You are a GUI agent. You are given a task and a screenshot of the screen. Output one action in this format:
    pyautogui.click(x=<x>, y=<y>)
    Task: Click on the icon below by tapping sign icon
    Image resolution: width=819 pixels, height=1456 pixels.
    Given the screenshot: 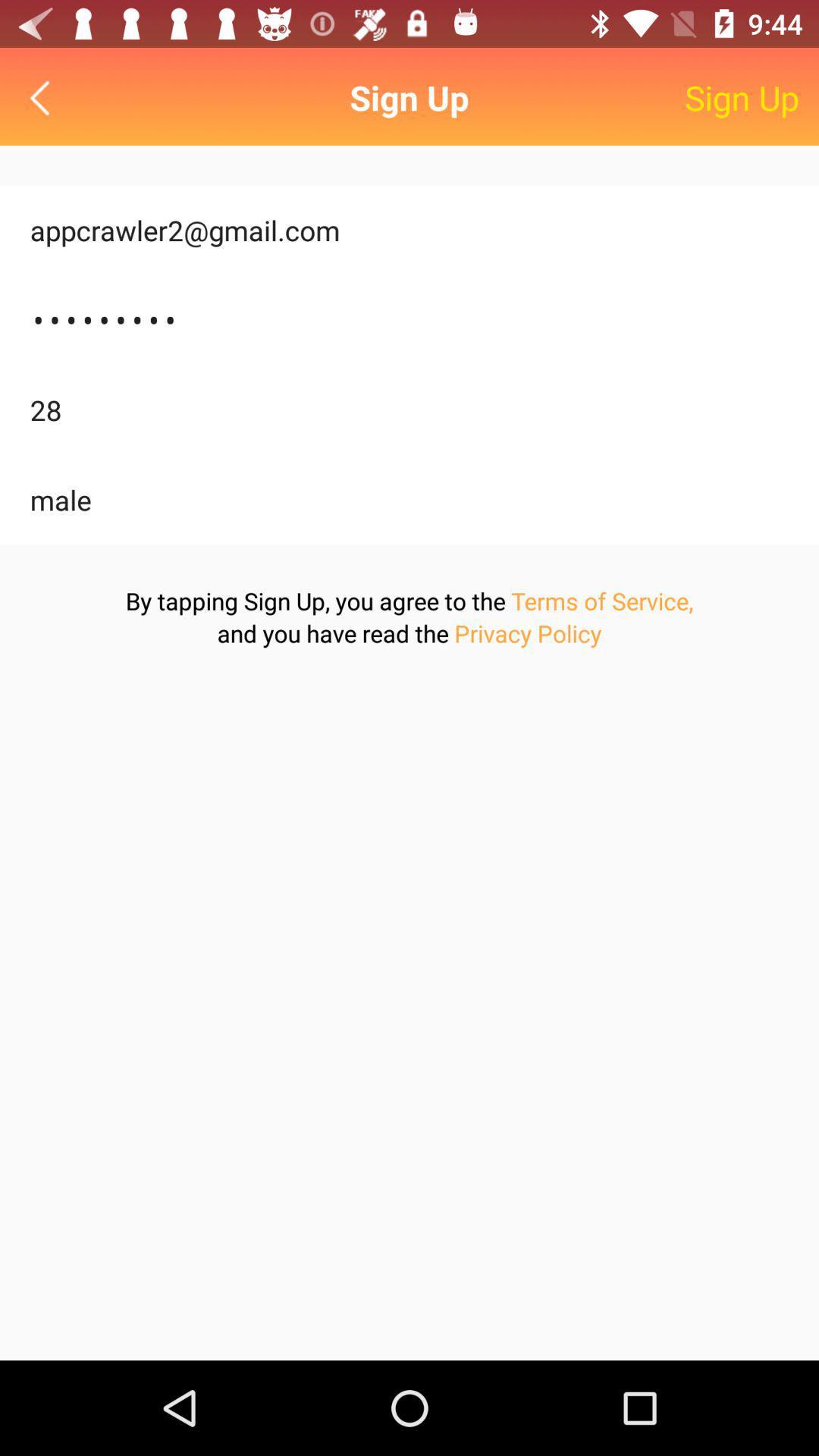 What is the action you would take?
    pyautogui.click(x=527, y=633)
    